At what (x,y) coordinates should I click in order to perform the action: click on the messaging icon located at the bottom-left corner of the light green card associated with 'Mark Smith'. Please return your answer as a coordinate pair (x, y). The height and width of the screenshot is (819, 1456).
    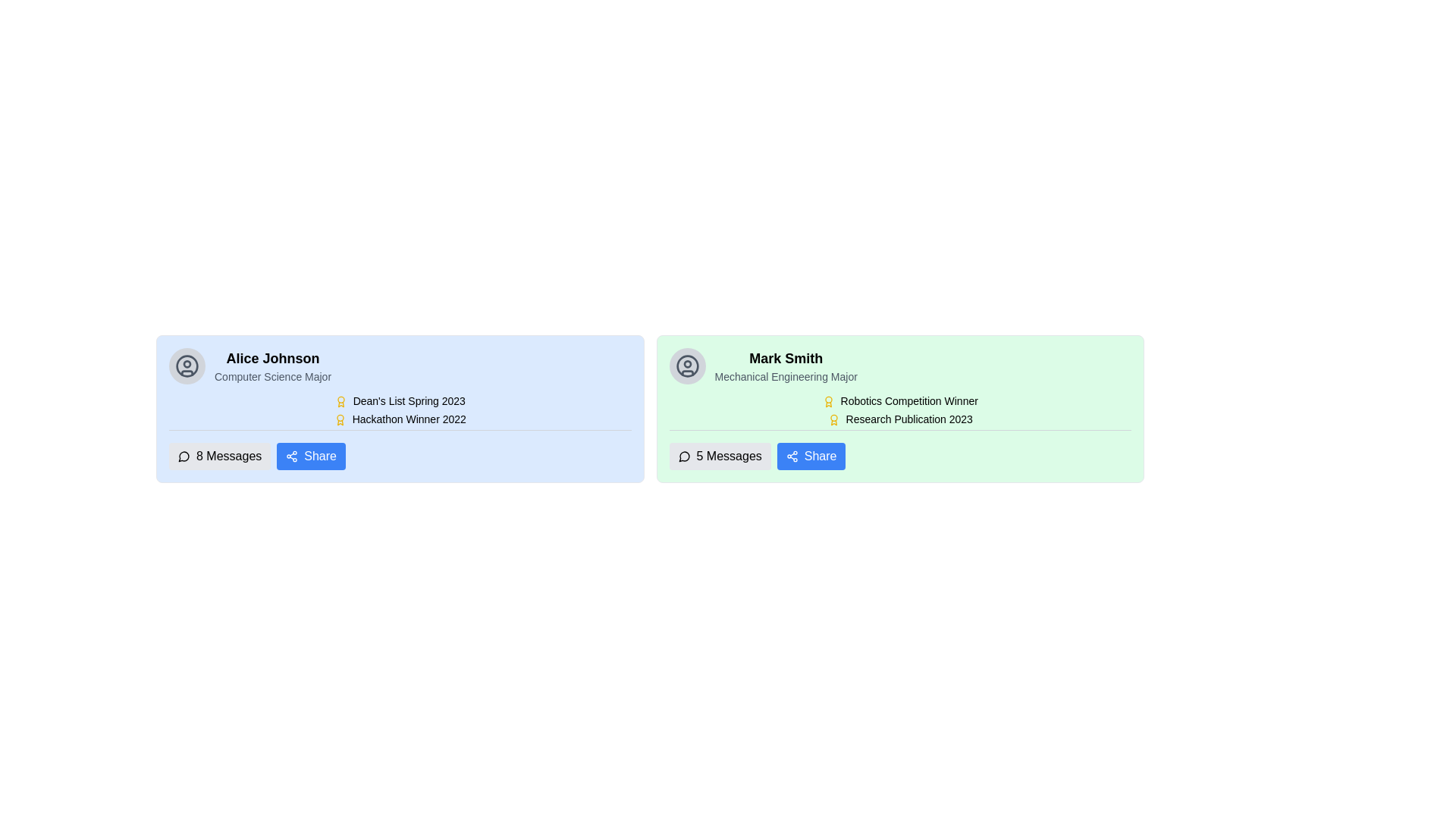
    Looking at the image, I should click on (683, 456).